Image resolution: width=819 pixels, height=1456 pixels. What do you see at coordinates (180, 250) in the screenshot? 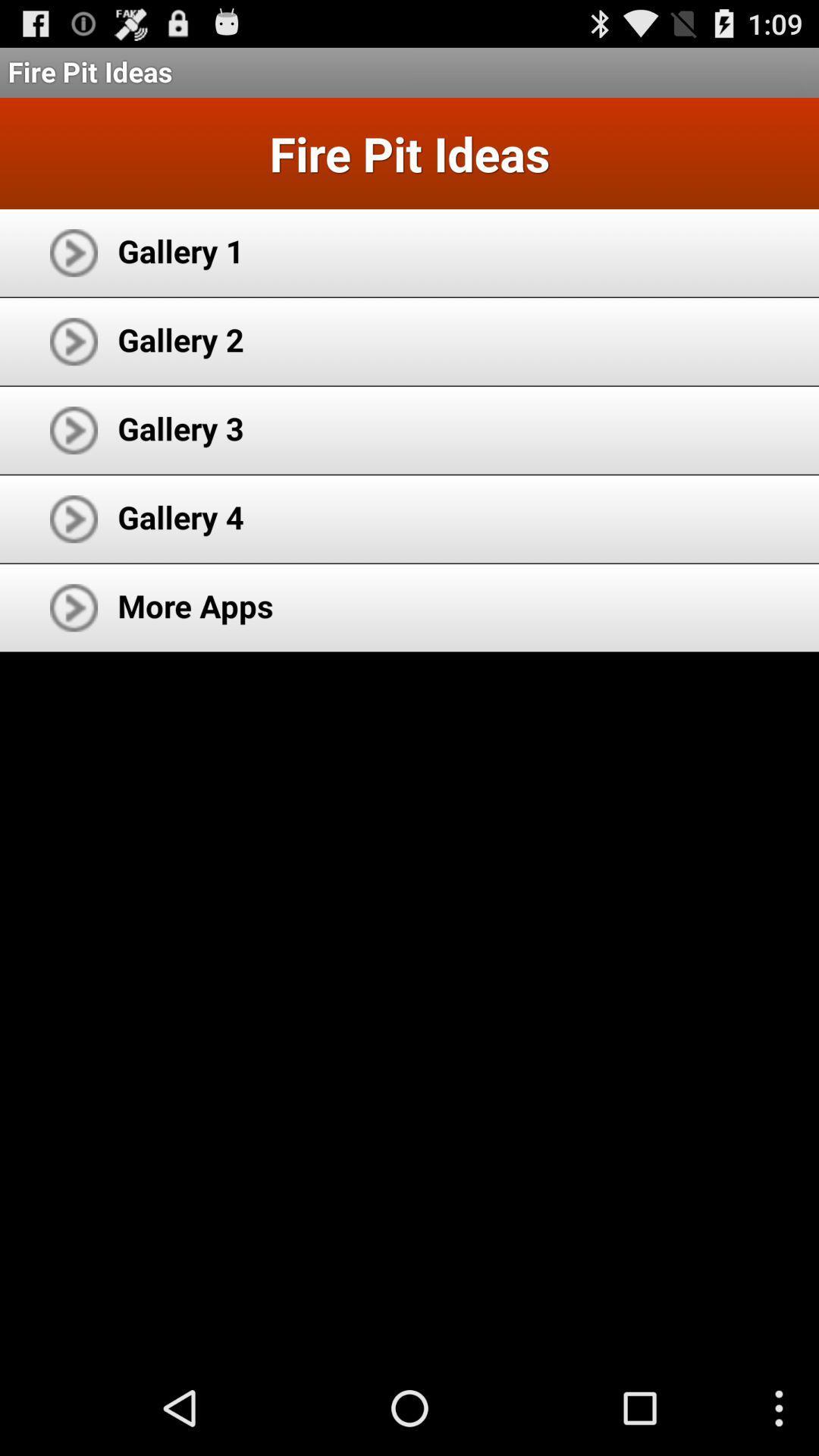
I see `item above gallery 2 app` at bounding box center [180, 250].